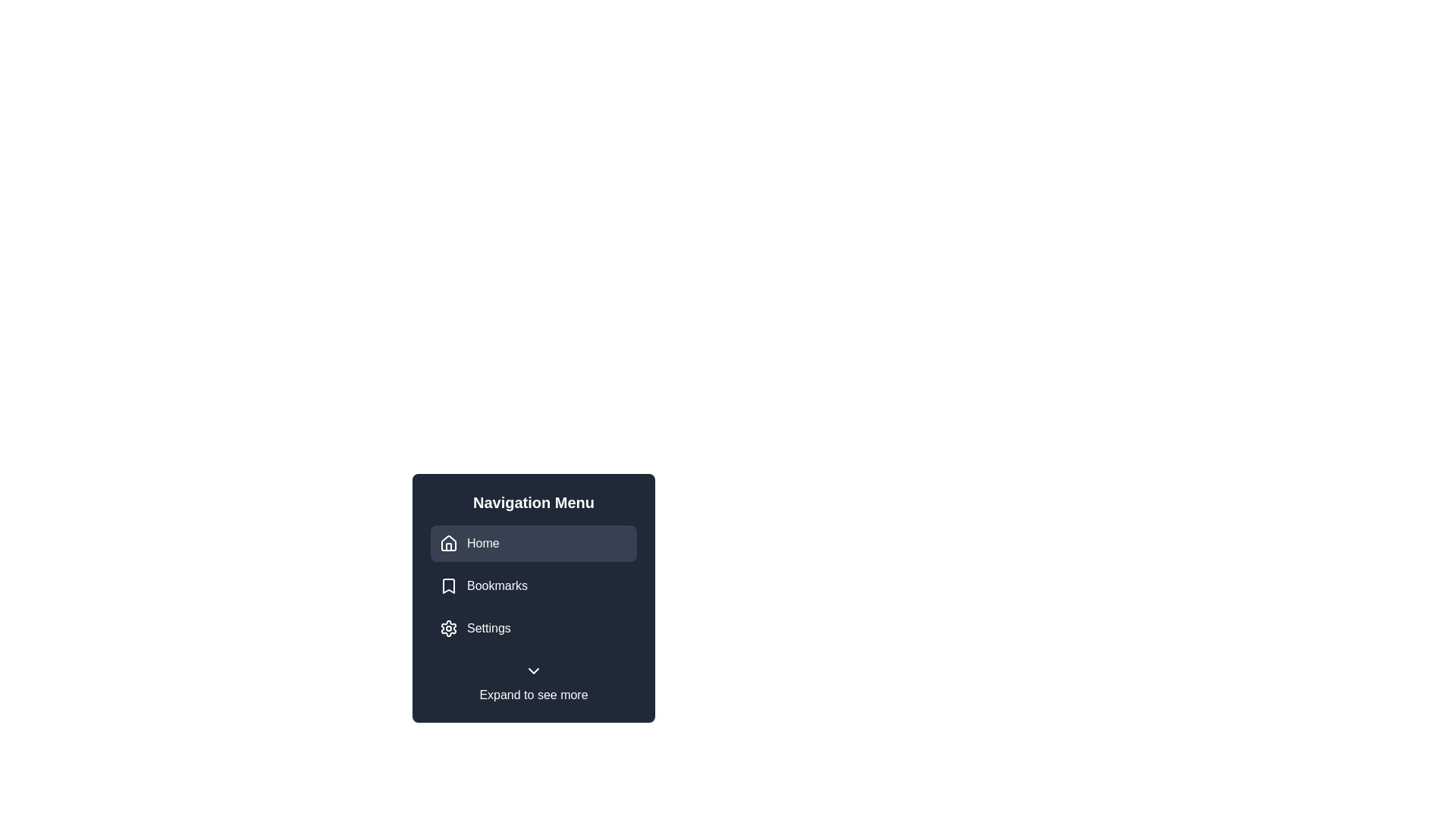 This screenshot has height=819, width=1456. I want to click on the 'Settings' text label that is white on a dark background, positioned adjacent to the gear icon in the navigation menu, so click(488, 629).